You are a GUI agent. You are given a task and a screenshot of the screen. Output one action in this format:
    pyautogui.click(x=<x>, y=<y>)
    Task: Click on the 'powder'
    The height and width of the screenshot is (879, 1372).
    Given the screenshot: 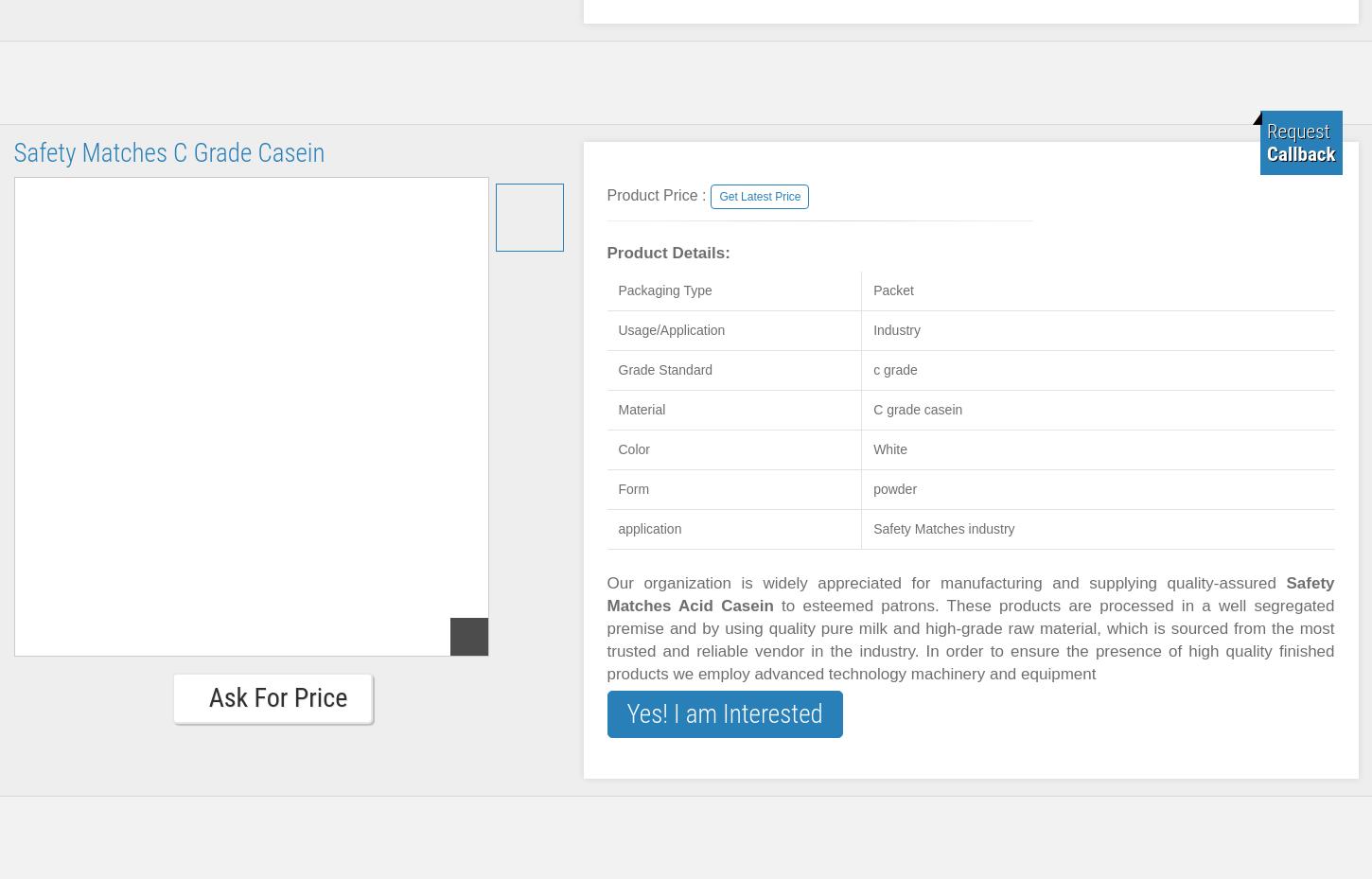 What is the action you would take?
    pyautogui.click(x=893, y=488)
    